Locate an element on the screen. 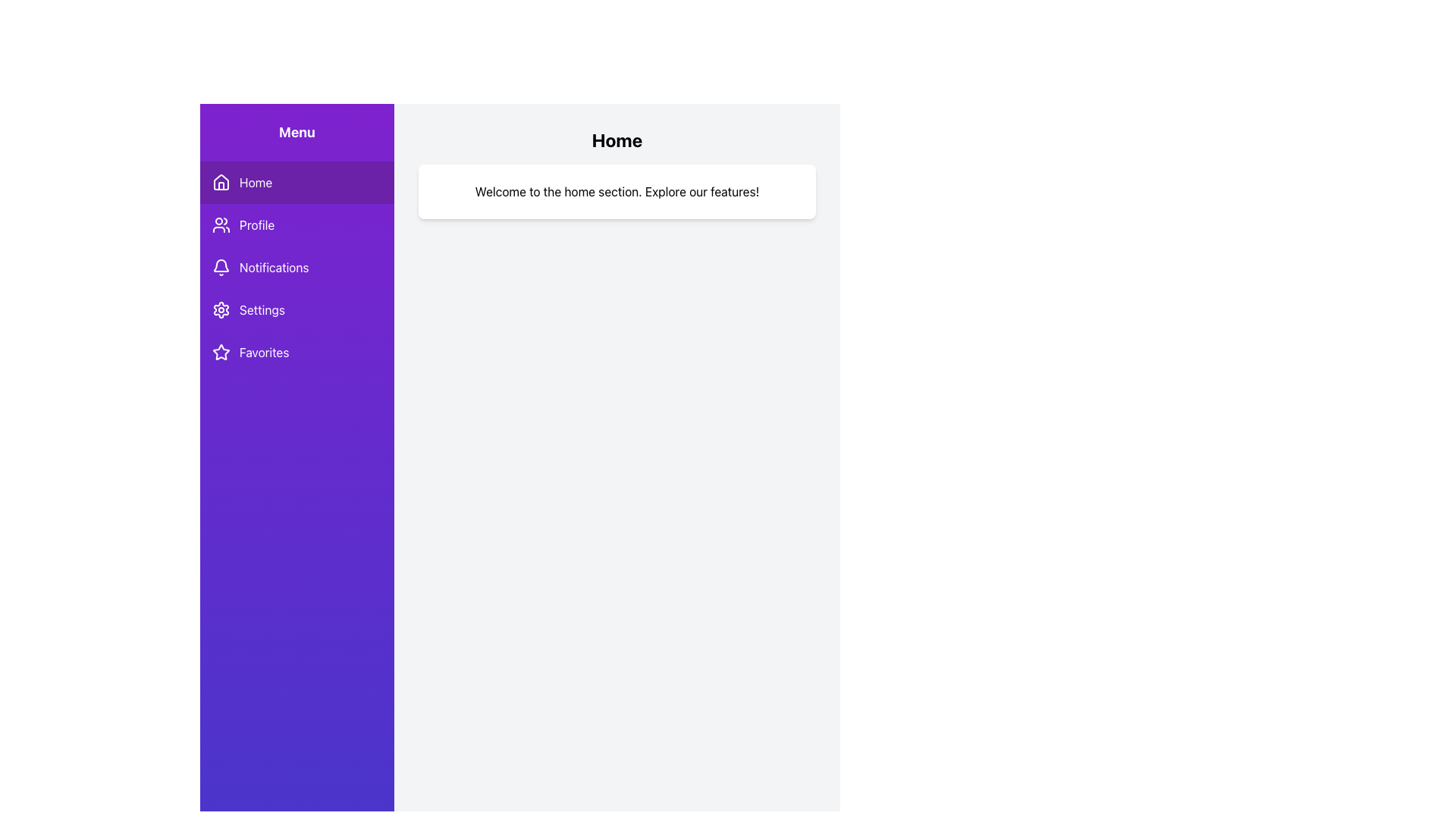 This screenshot has width=1456, height=819. the Button (Navigation Menu Item) that navigates to the settings section of the application by clicking it is located at coordinates (297, 309).